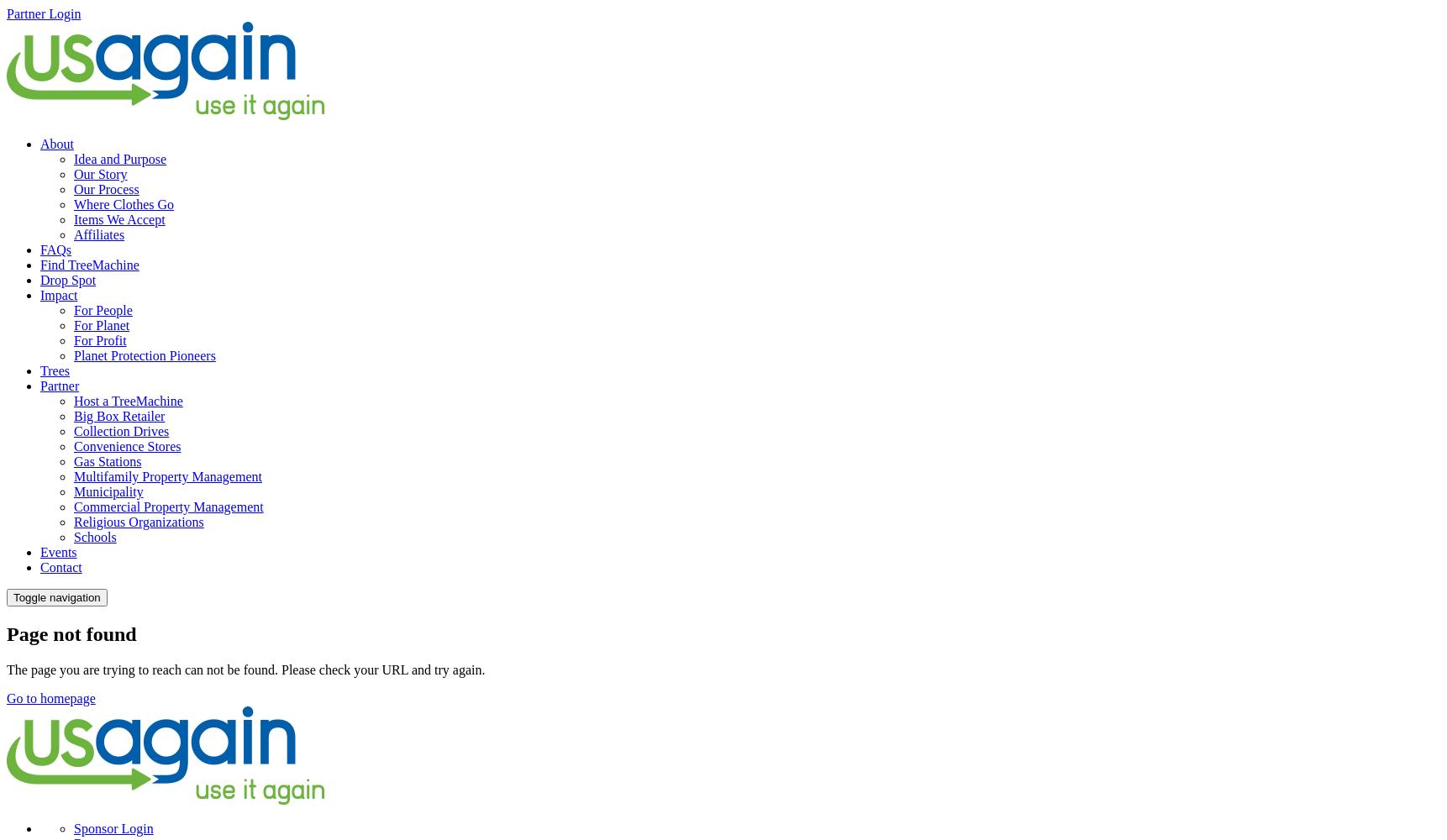 Image resolution: width=1447 pixels, height=840 pixels. What do you see at coordinates (50, 696) in the screenshot?
I see `'Go to homepage'` at bounding box center [50, 696].